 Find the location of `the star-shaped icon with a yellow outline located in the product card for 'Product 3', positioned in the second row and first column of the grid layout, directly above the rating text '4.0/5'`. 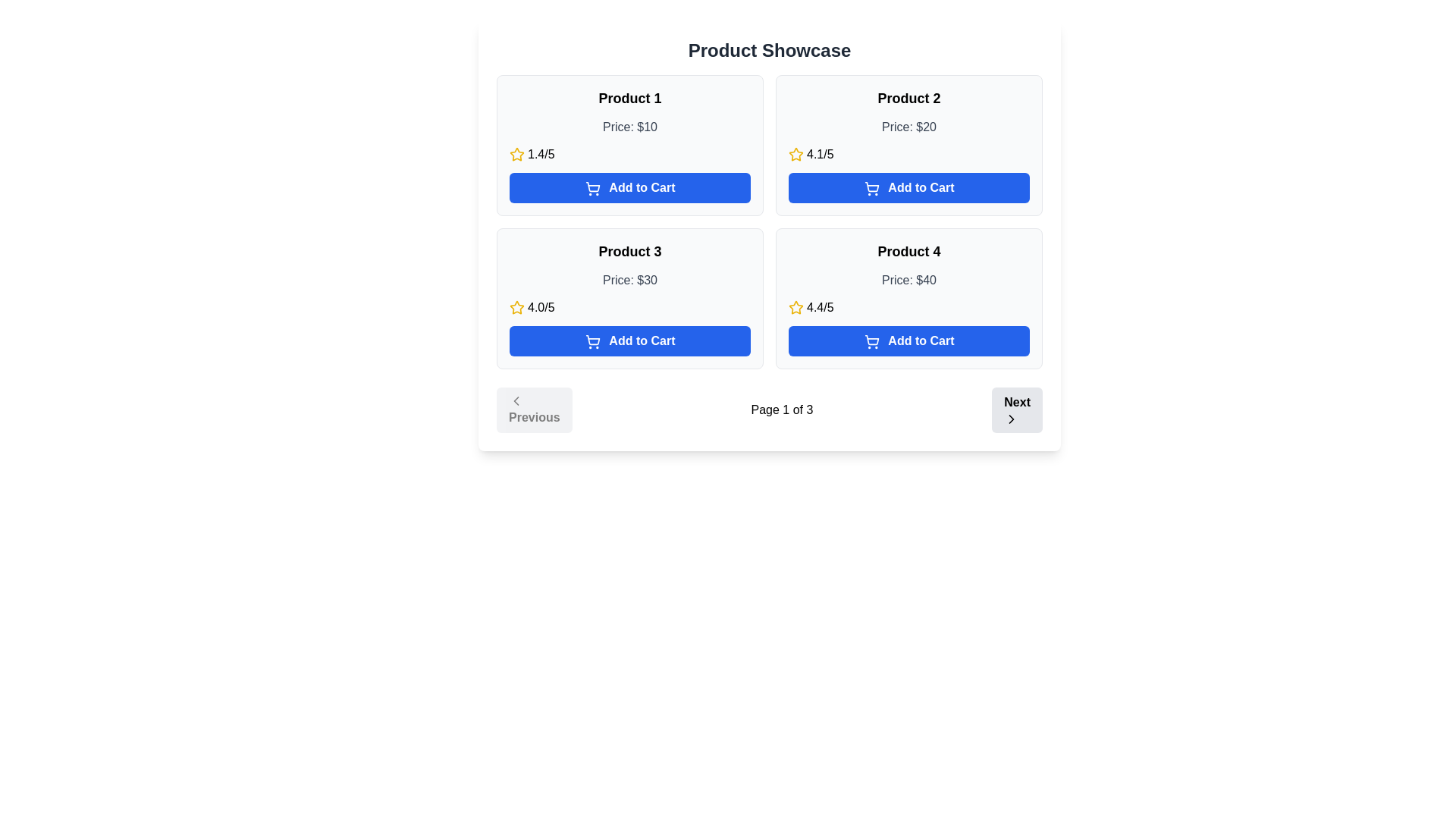

the star-shaped icon with a yellow outline located in the product card for 'Product 3', positioned in the second row and first column of the grid layout, directly above the rating text '4.0/5' is located at coordinates (516, 307).